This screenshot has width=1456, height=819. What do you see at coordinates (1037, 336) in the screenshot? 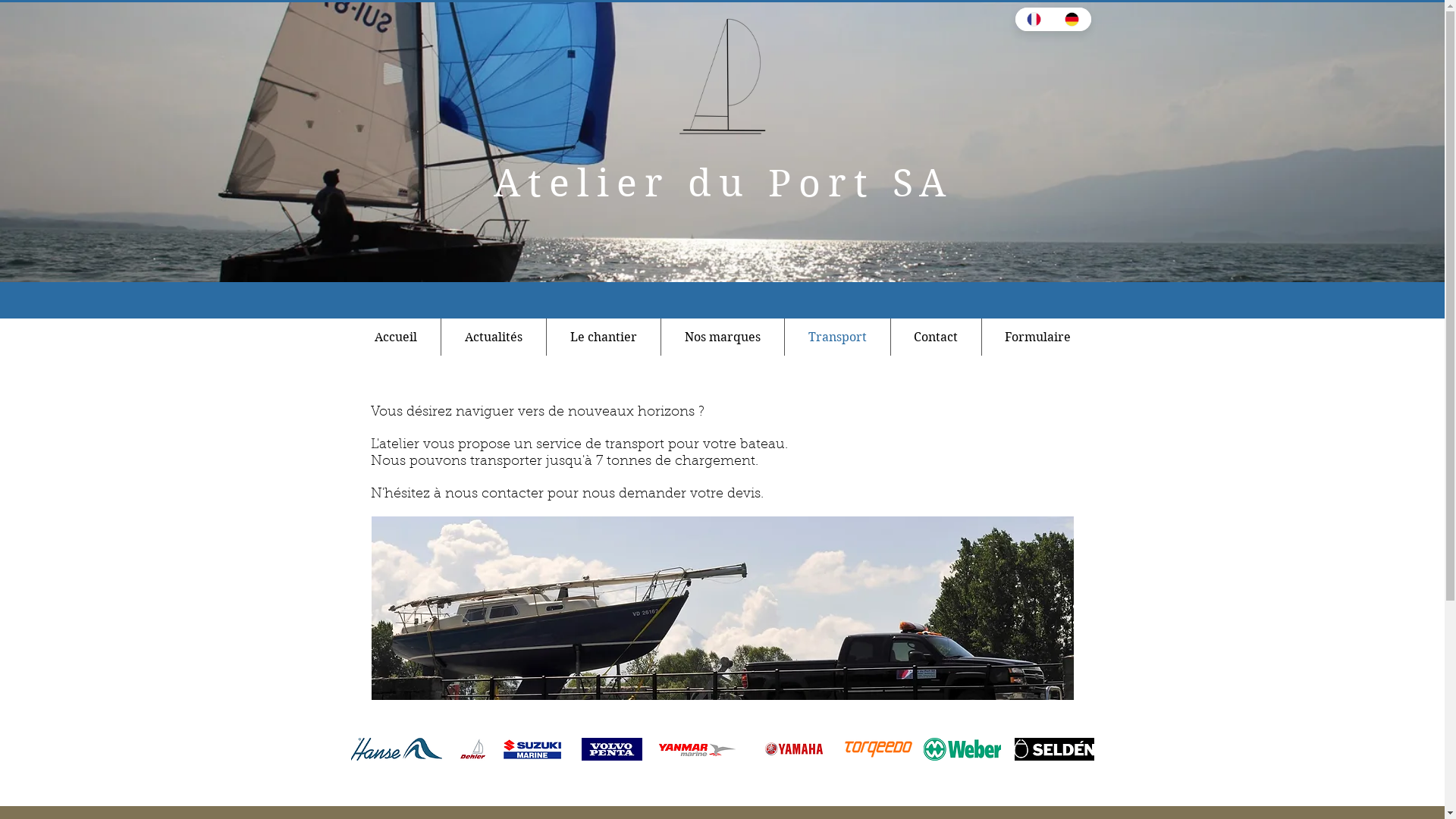
I see `'Formulaire'` at bounding box center [1037, 336].